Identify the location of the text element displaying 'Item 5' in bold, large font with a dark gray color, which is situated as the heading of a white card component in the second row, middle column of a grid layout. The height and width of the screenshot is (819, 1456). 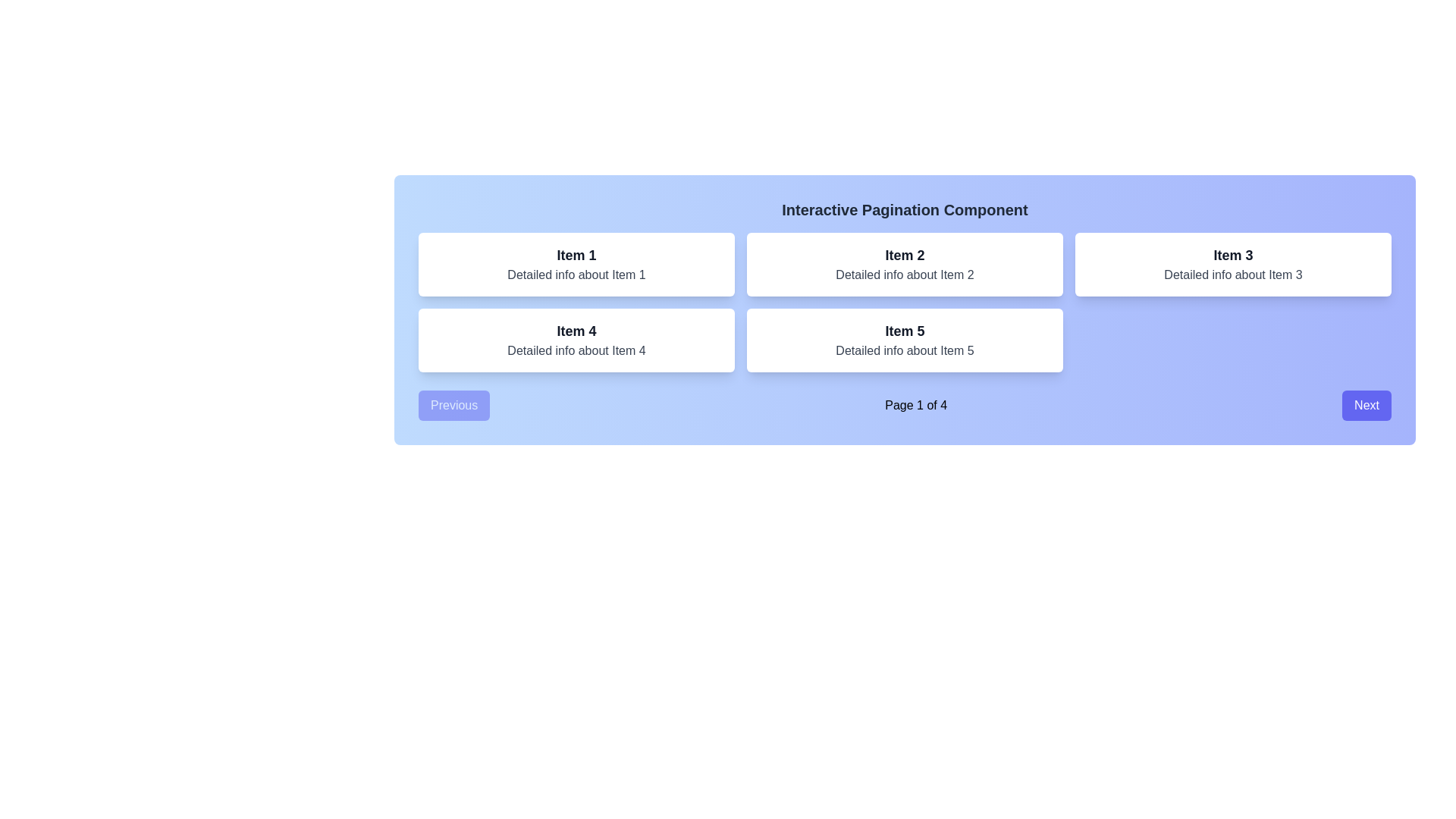
(905, 330).